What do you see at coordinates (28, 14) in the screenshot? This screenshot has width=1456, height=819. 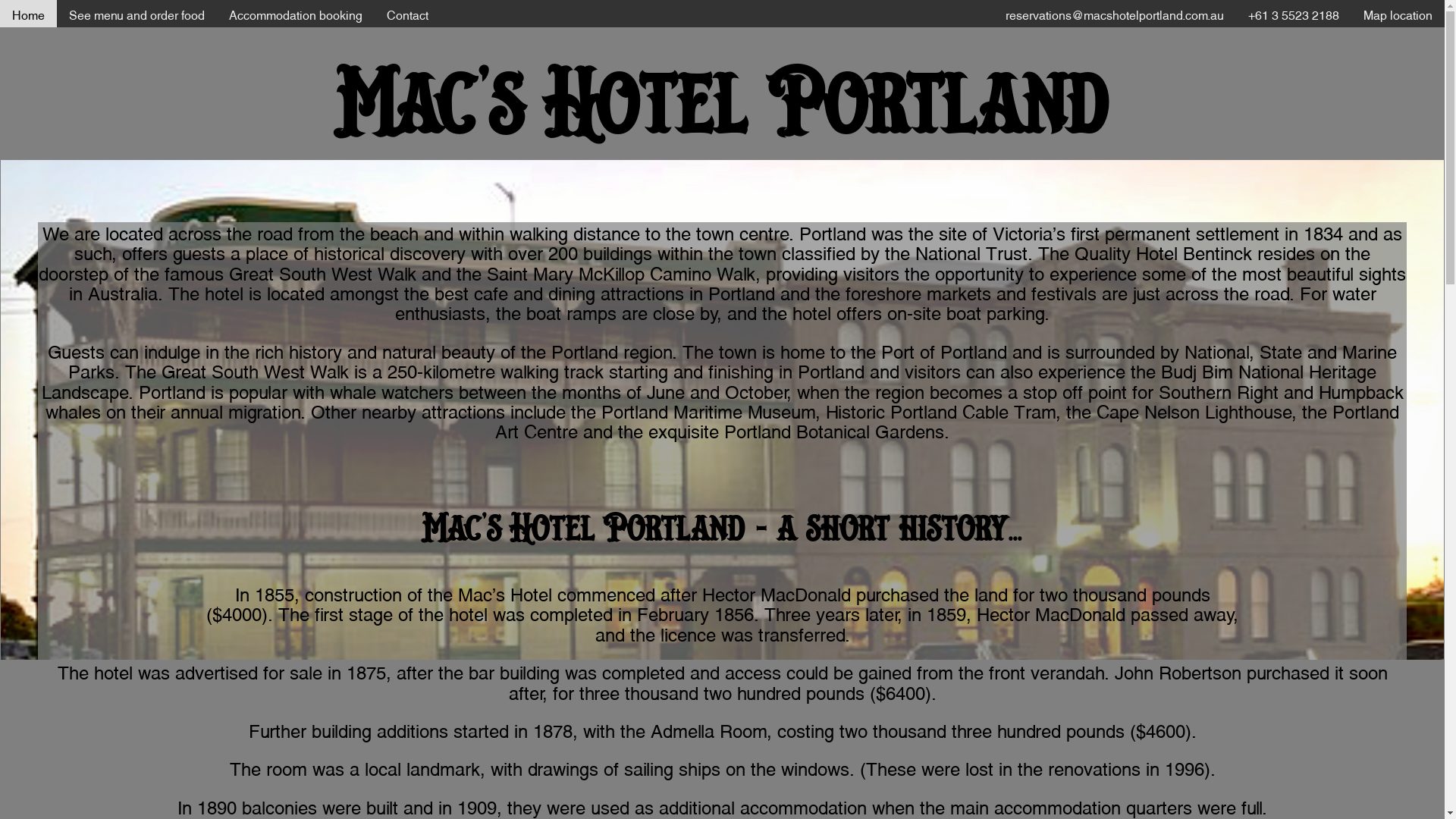 I see `'Home'` at bounding box center [28, 14].